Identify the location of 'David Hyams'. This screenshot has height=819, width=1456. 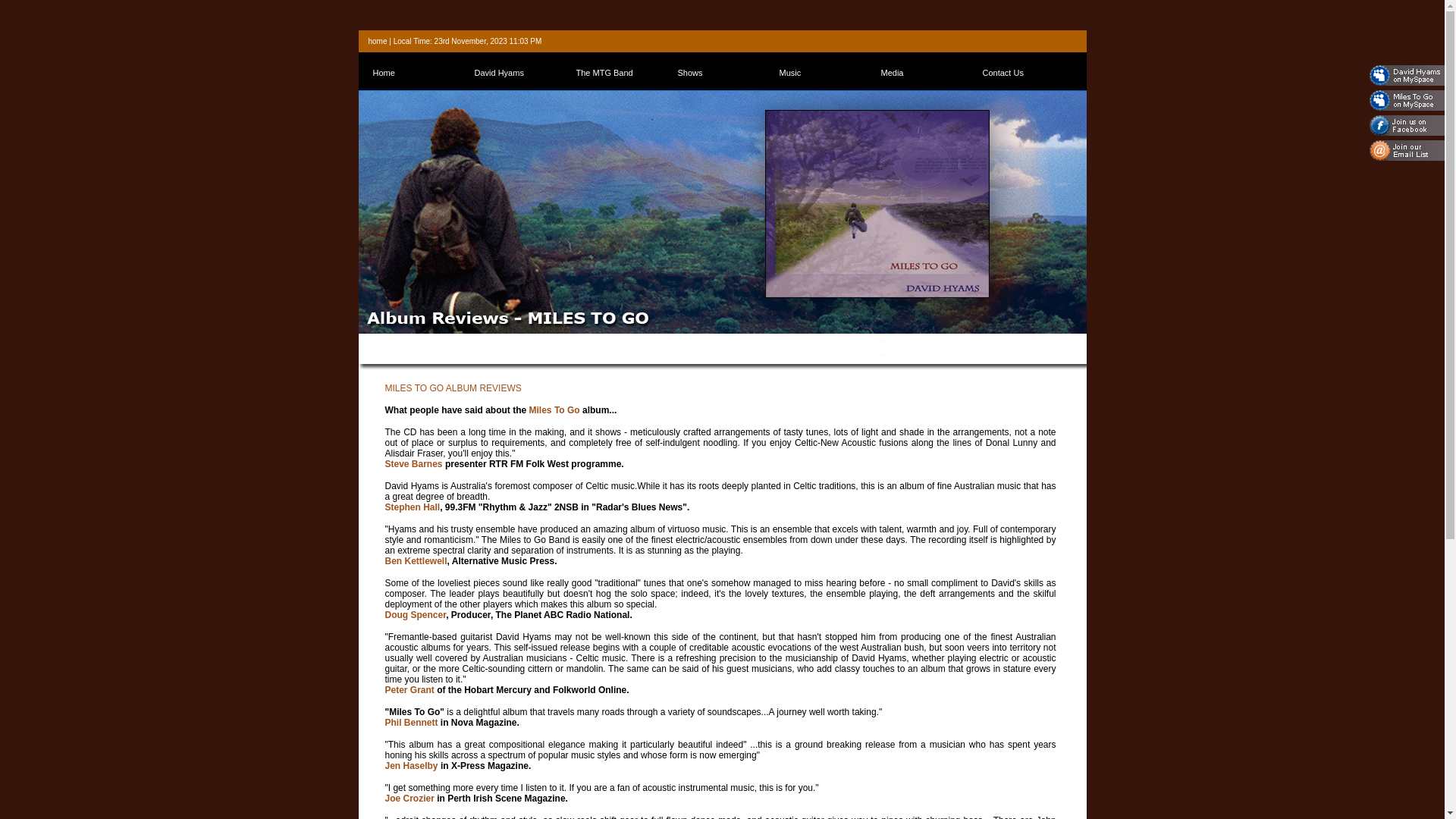
(473, 73).